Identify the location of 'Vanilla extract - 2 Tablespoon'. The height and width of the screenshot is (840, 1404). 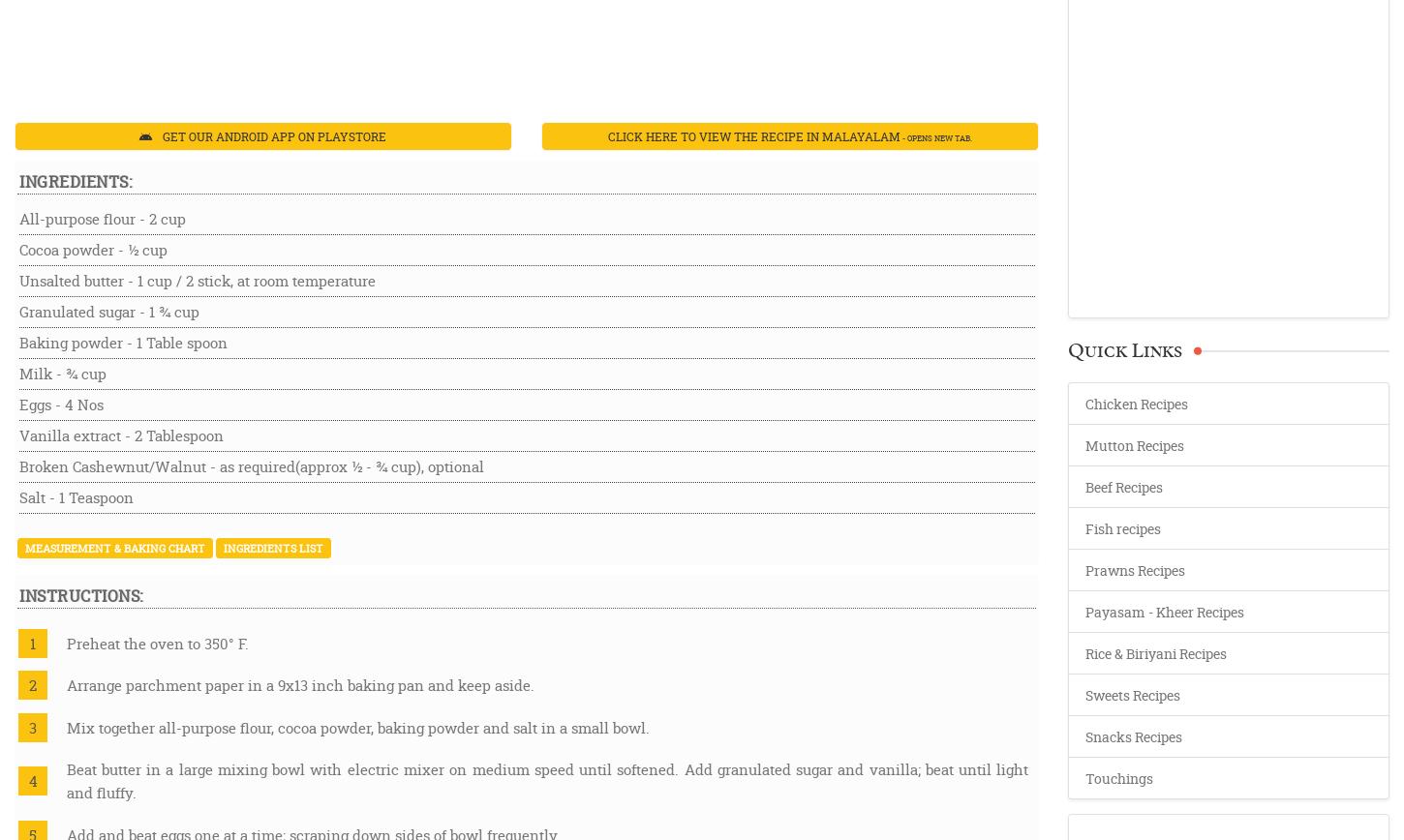
(19, 434).